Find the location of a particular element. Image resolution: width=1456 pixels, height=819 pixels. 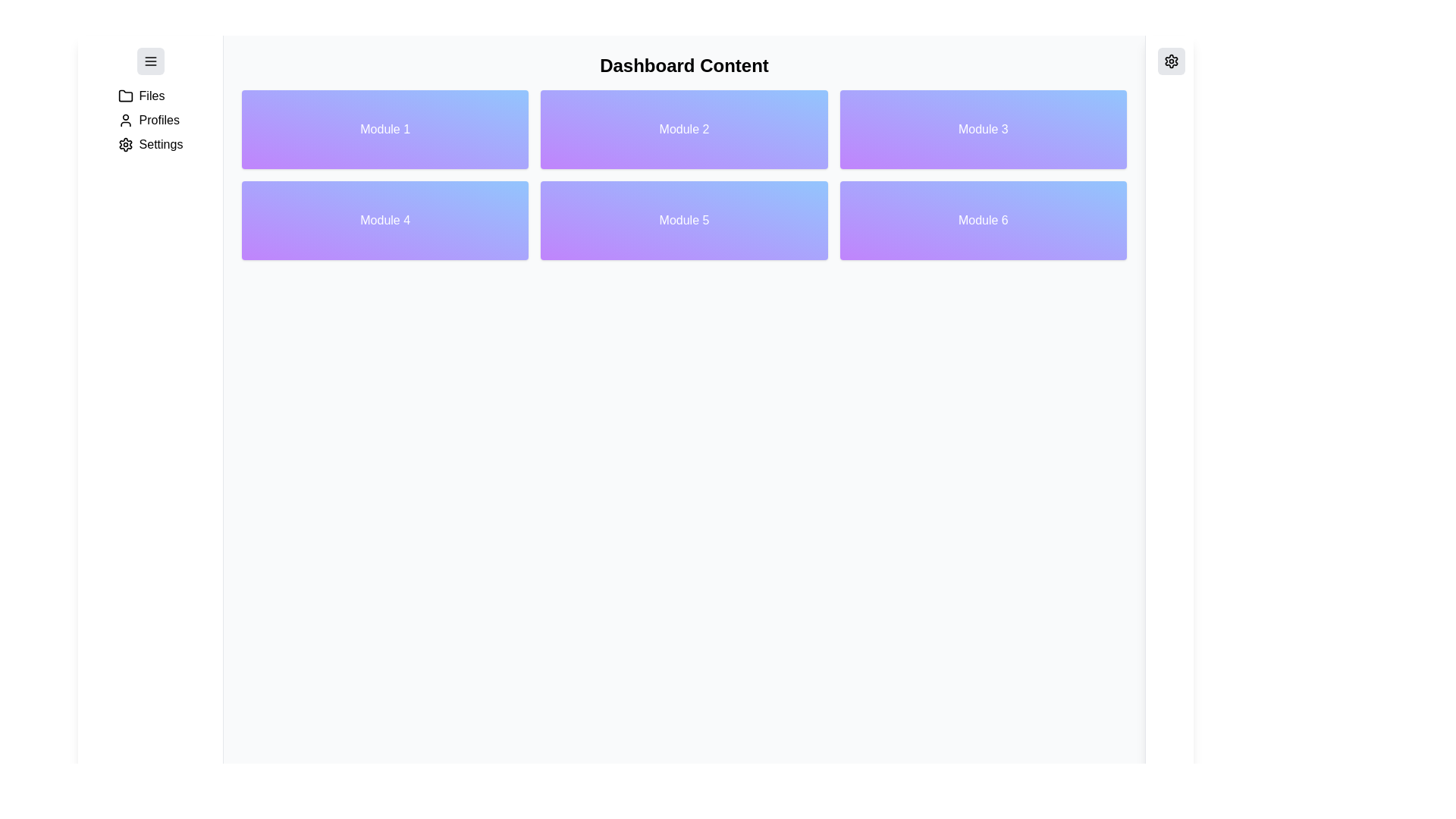

the settings button located at the top-right corner of the vertical sidebar is located at coordinates (1171, 61).